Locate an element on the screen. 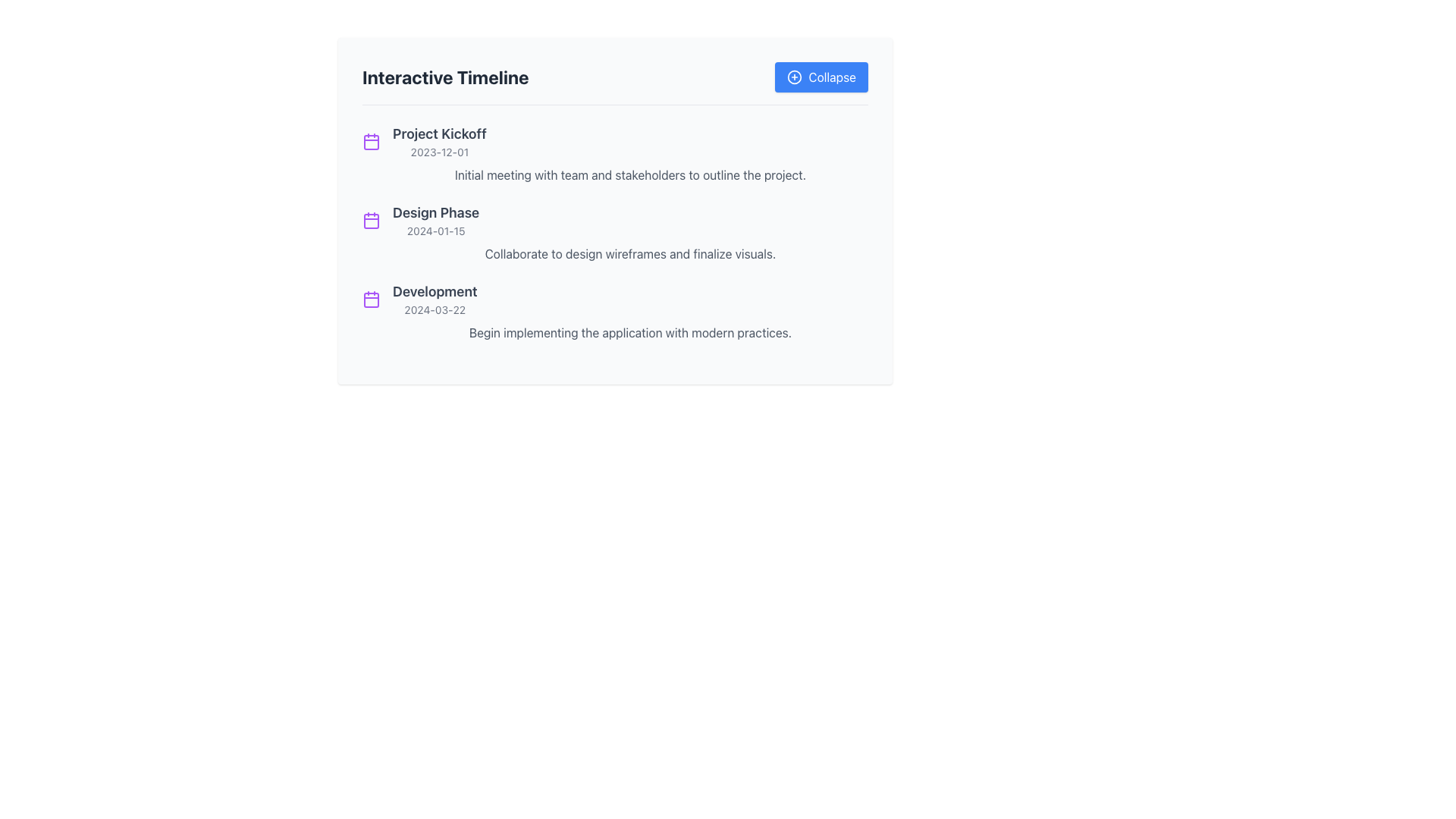  text element titled 'Project Kickoff' which includes the date '2023-12-01' for event understanding is located at coordinates (438, 141).